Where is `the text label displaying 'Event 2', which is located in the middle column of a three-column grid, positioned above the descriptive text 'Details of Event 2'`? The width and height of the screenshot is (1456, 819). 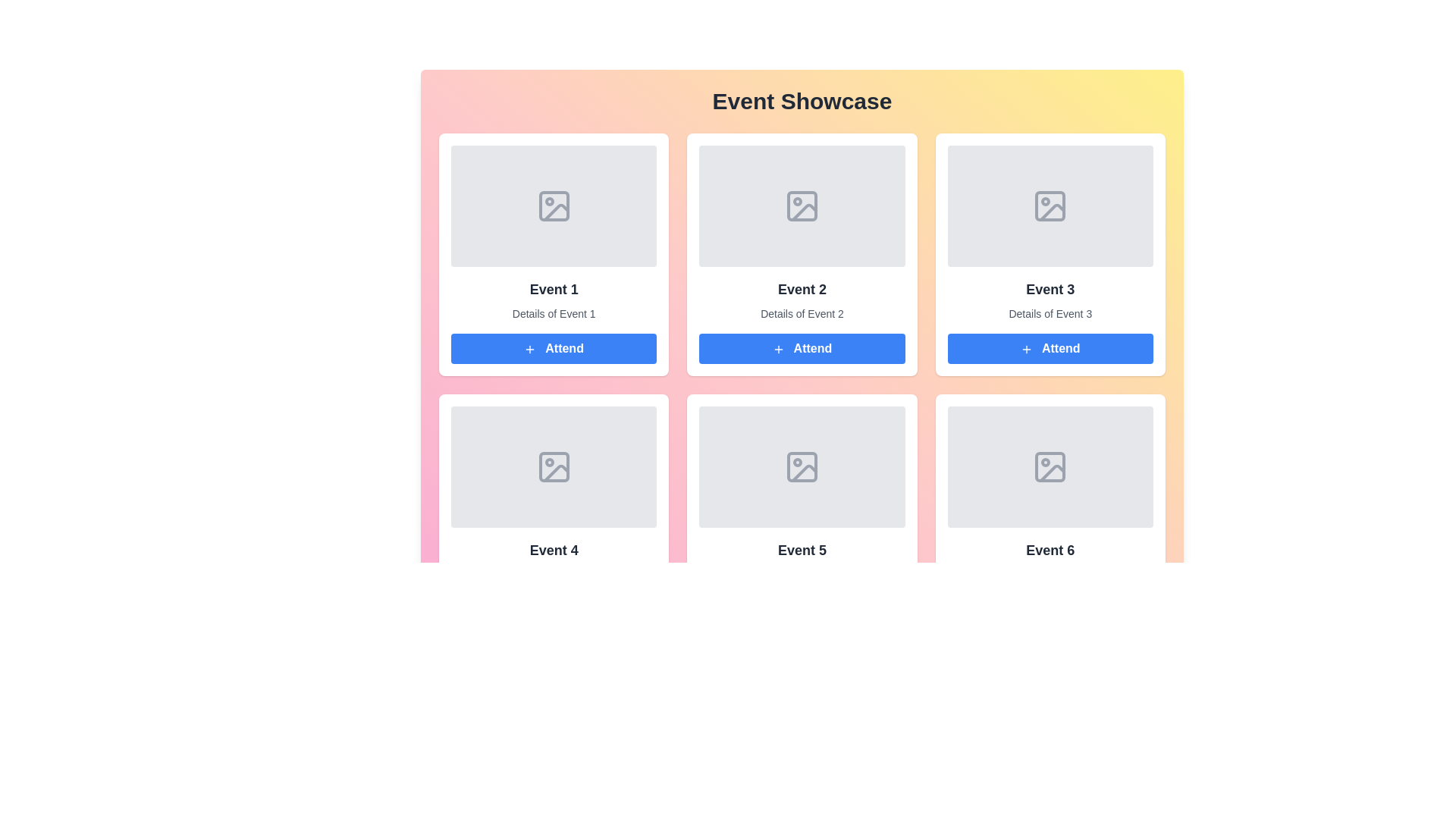
the text label displaying 'Event 2', which is located in the middle column of a three-column grid, positioned above the descriptive text 'Details of Event 2' is located at coordinates (801, 289).